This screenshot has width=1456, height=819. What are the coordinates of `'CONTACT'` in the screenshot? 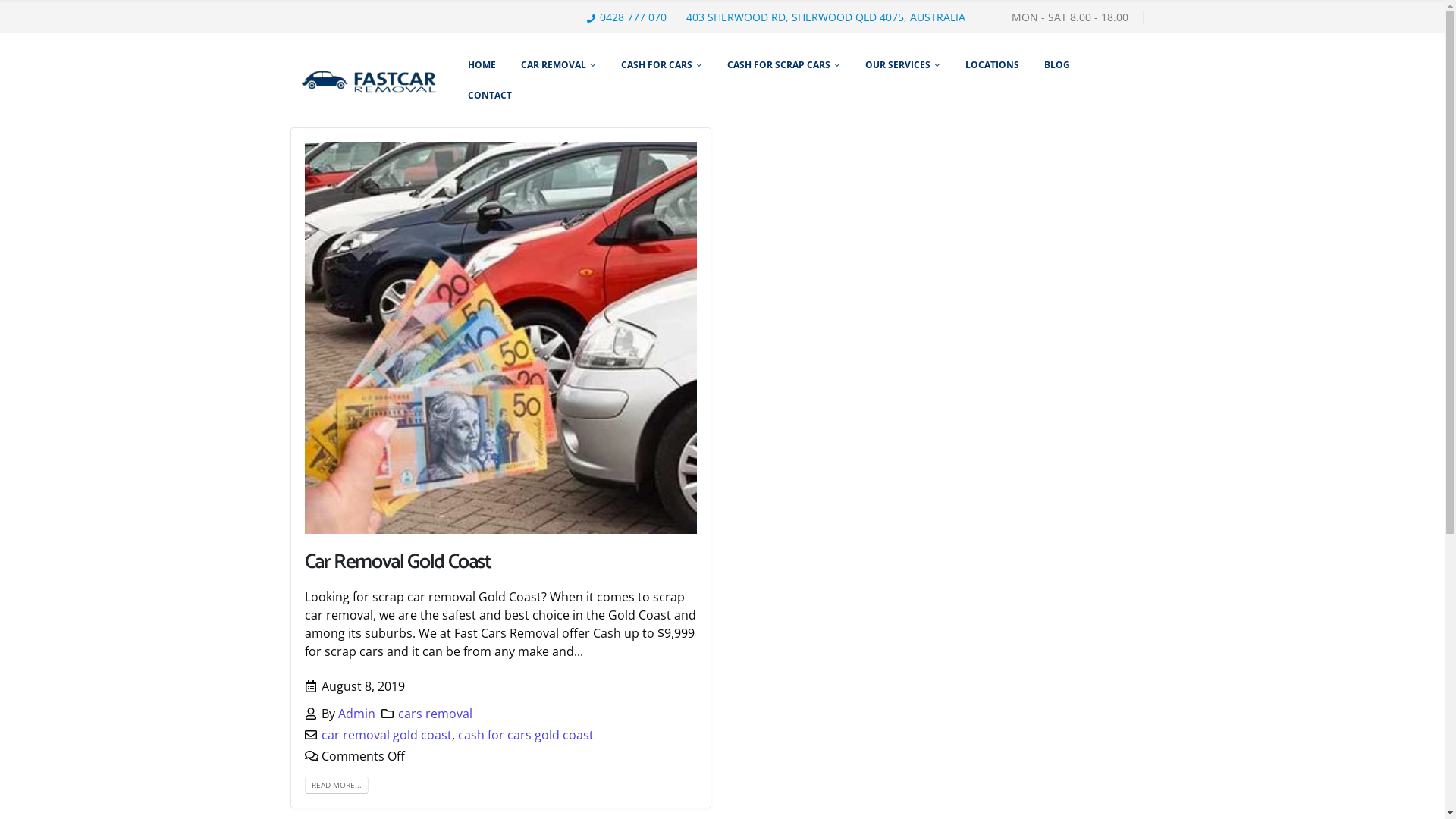 It's located at (490, 96).